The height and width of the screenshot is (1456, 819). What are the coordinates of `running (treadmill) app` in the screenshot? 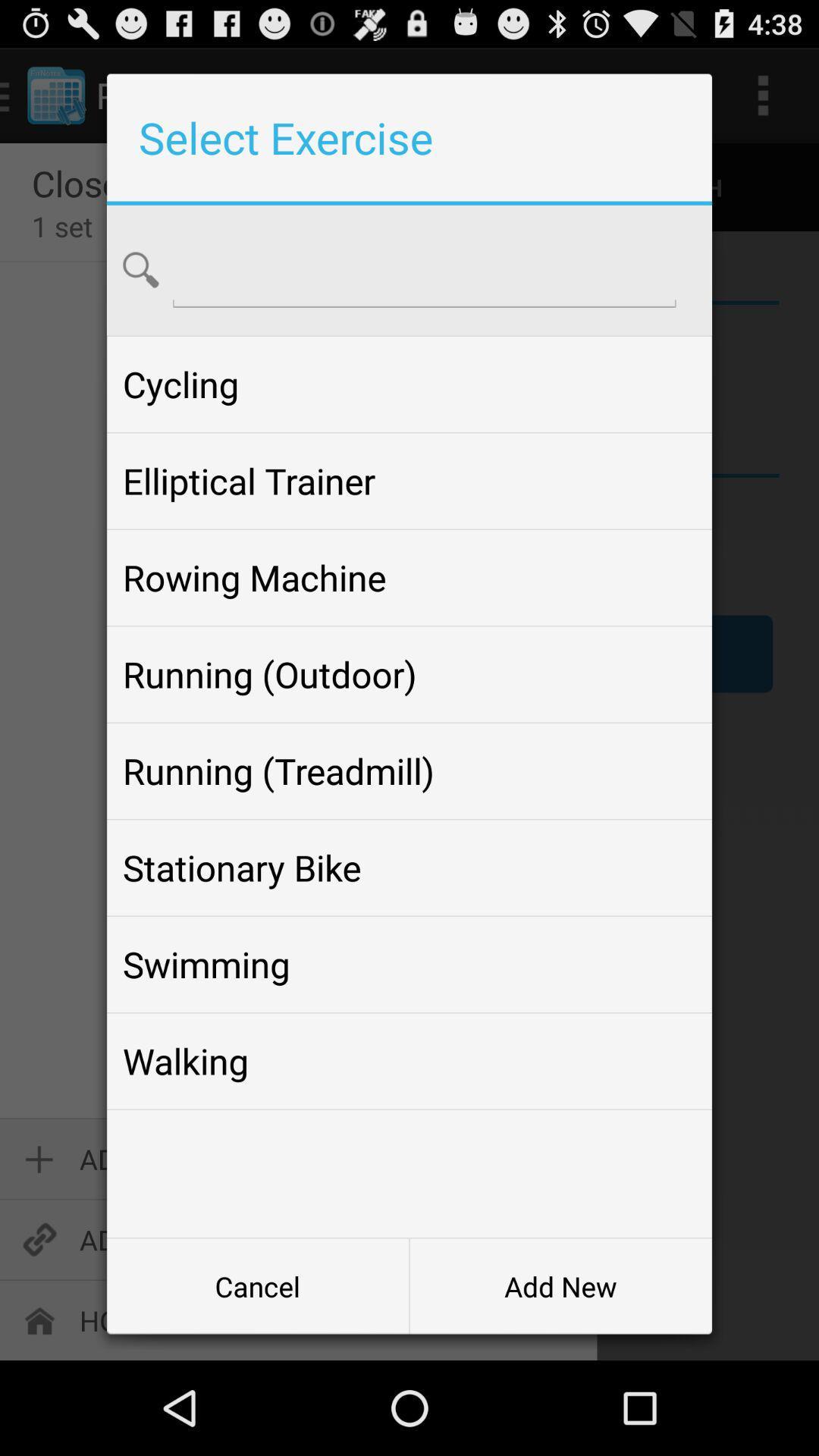 It's located at (409, 771).